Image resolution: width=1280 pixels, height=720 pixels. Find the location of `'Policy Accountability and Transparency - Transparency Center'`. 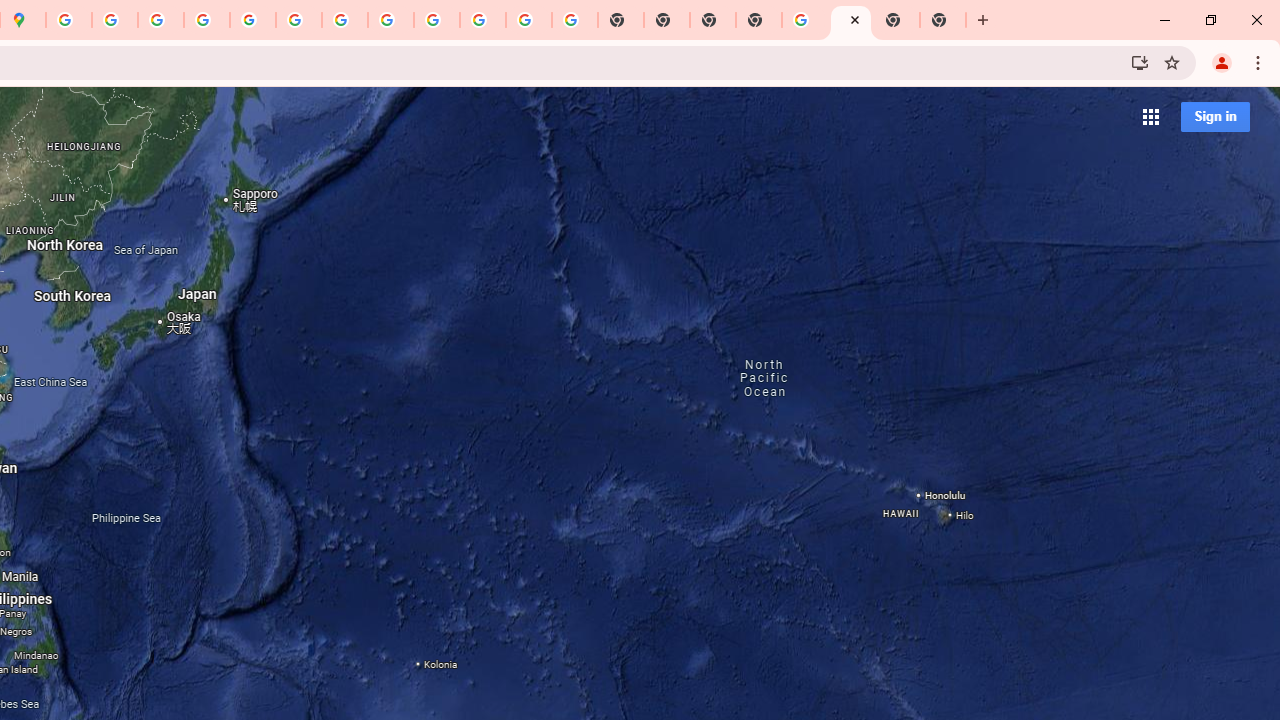

'Policy Accountability and Transparency - Transparency Center' is located at coordinates (69, 20).